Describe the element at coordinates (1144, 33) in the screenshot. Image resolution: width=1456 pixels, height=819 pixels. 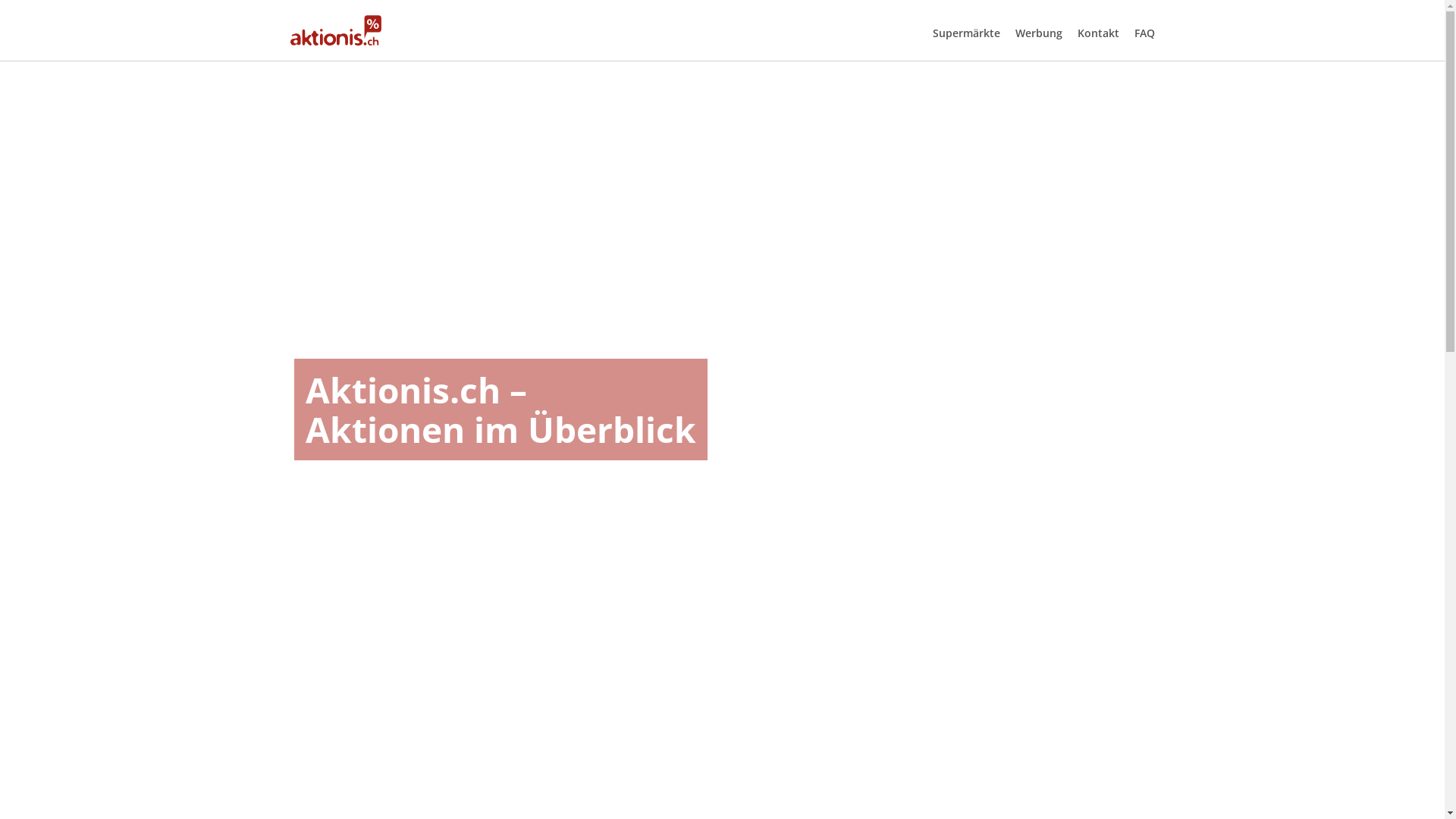
I see `'FAQ'` at that location.